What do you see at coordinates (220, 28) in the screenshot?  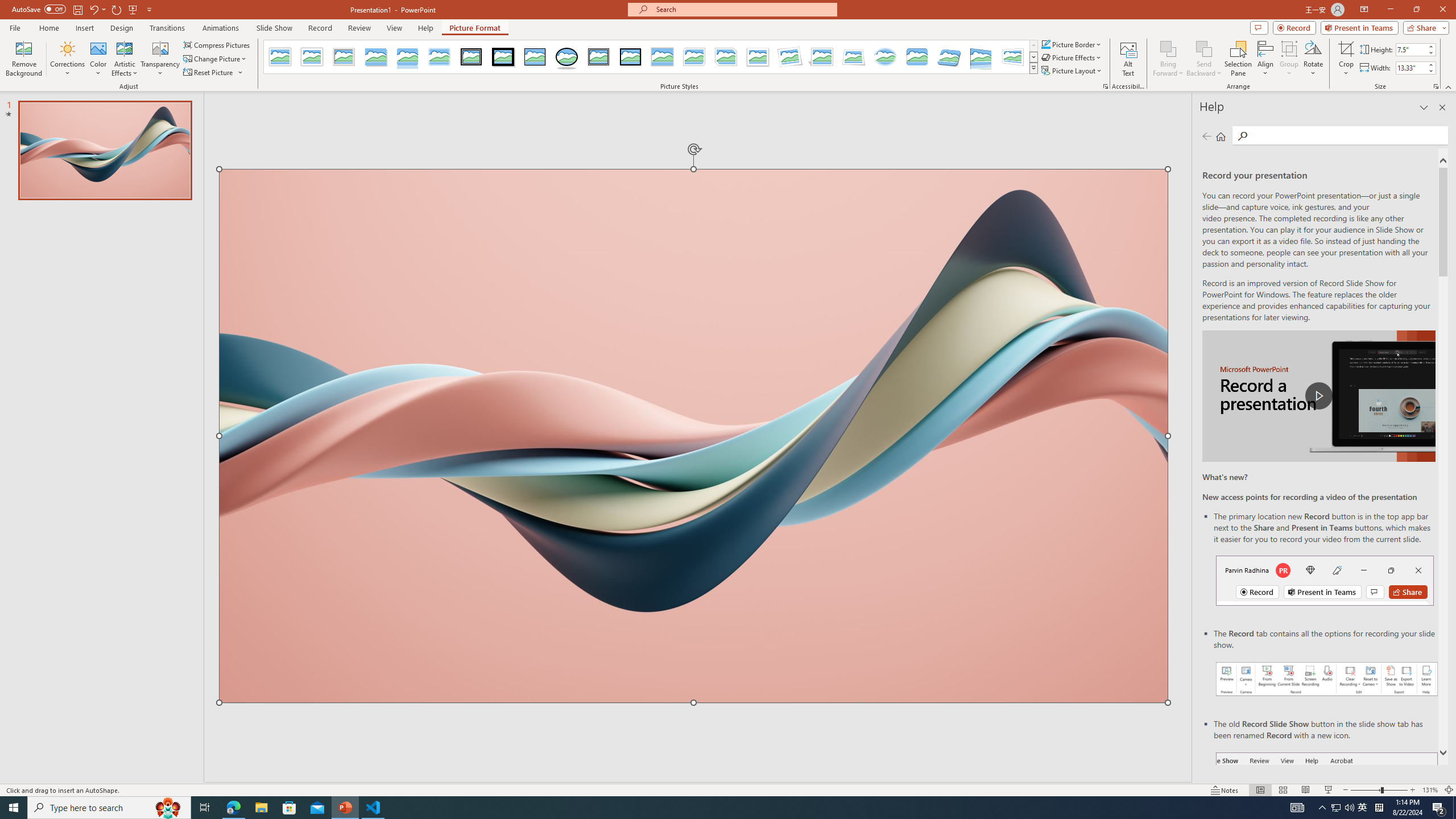 I see `'Animations'` at bounding box center [220, 28].